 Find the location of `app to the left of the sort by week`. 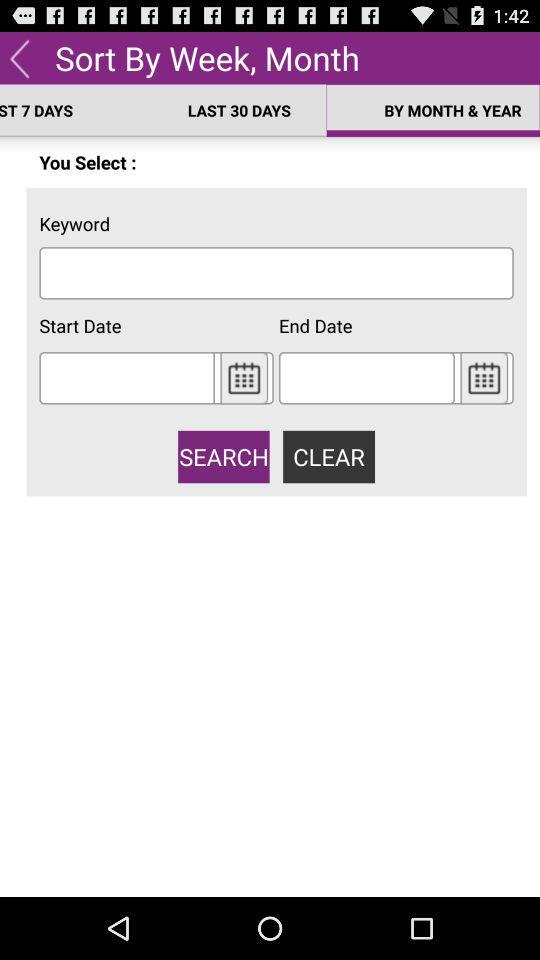

app to the left of the sort by week is located at coordinates (18, 56).